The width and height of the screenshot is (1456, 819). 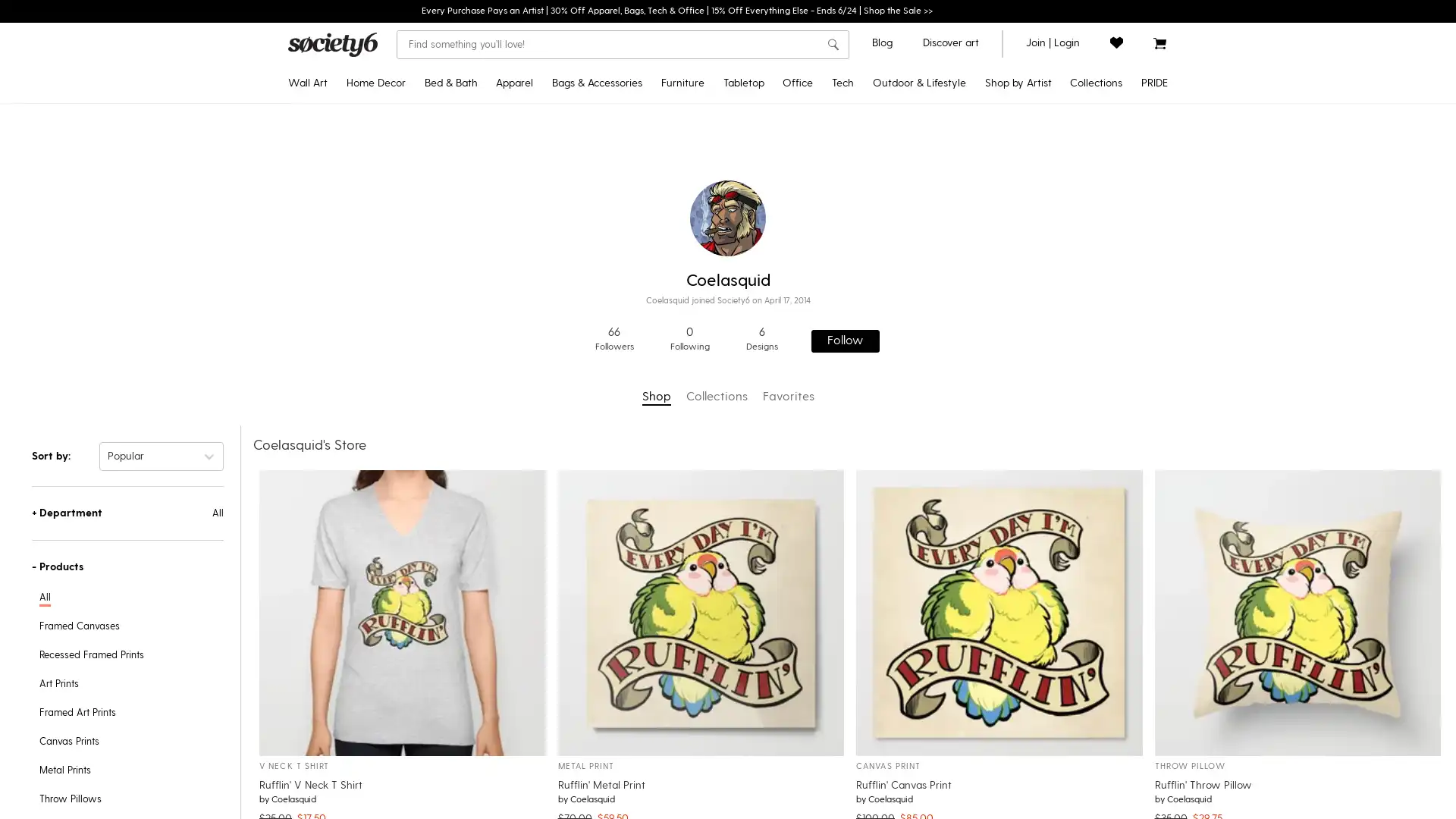 I want to click on Yoga & Mindfulness, so click(x=1040, y=366).